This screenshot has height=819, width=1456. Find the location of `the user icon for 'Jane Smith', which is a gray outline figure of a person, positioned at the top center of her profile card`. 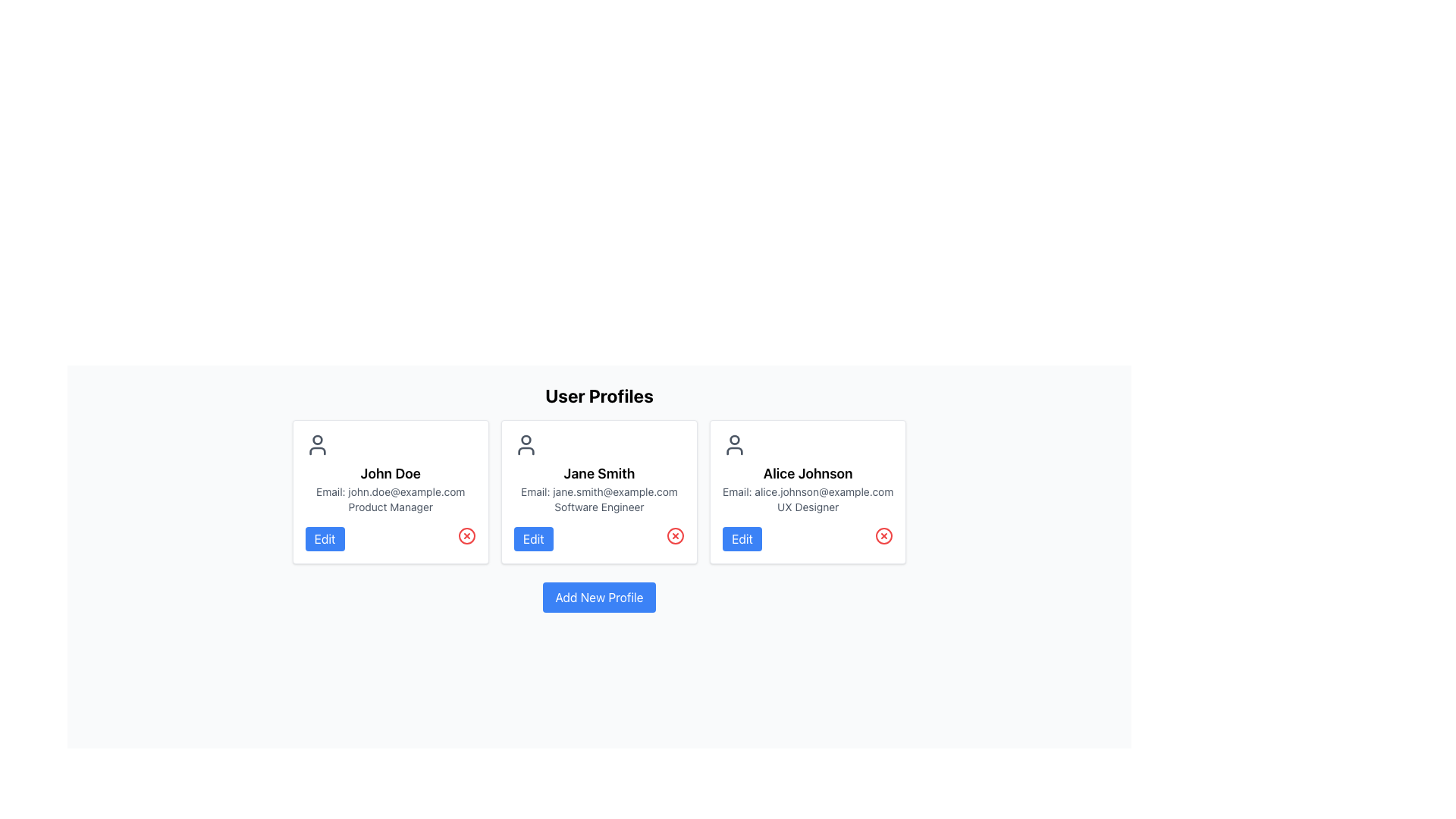

the user icon for 'Jane Smith', which is a gray outline figure of a person, positioned at the top center of her profile card is located at coordinates (526, 444).